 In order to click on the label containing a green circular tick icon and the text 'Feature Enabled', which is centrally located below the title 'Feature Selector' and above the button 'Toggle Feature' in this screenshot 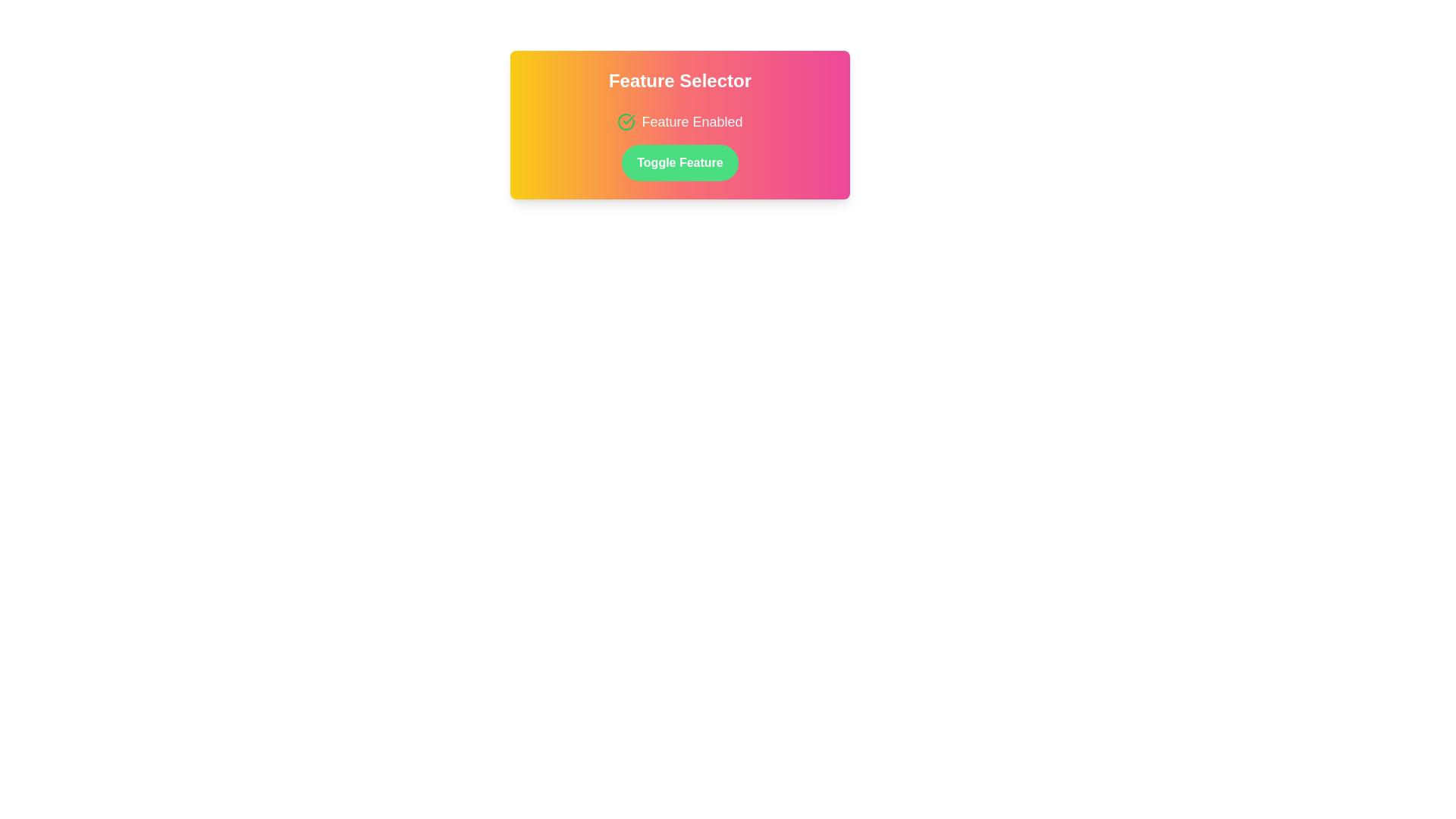, I will do `click(679, 121)`.